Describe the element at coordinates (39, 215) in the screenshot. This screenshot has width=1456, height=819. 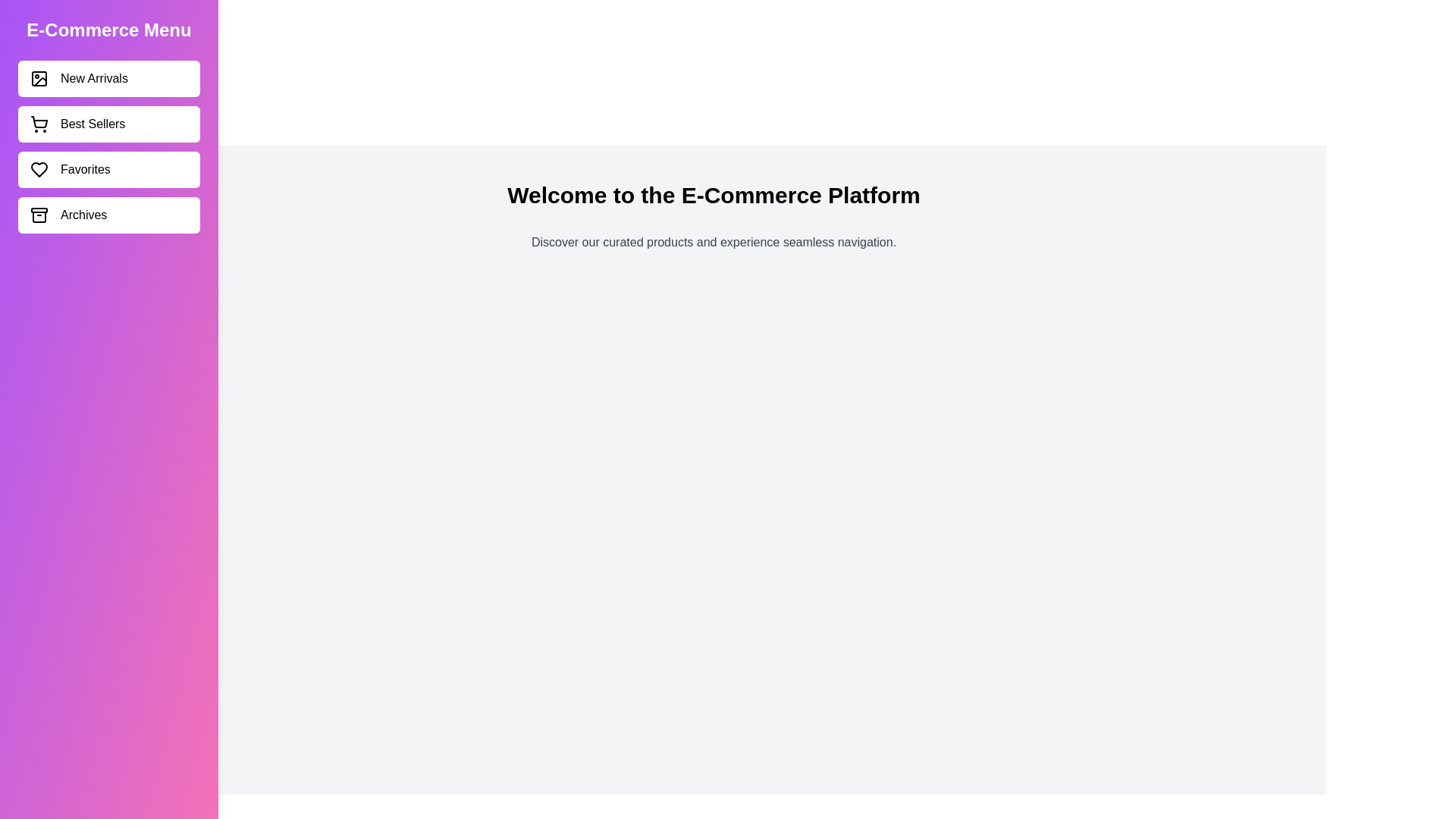
I see `the icon corresponding to Archives in the sidebar` at that location.